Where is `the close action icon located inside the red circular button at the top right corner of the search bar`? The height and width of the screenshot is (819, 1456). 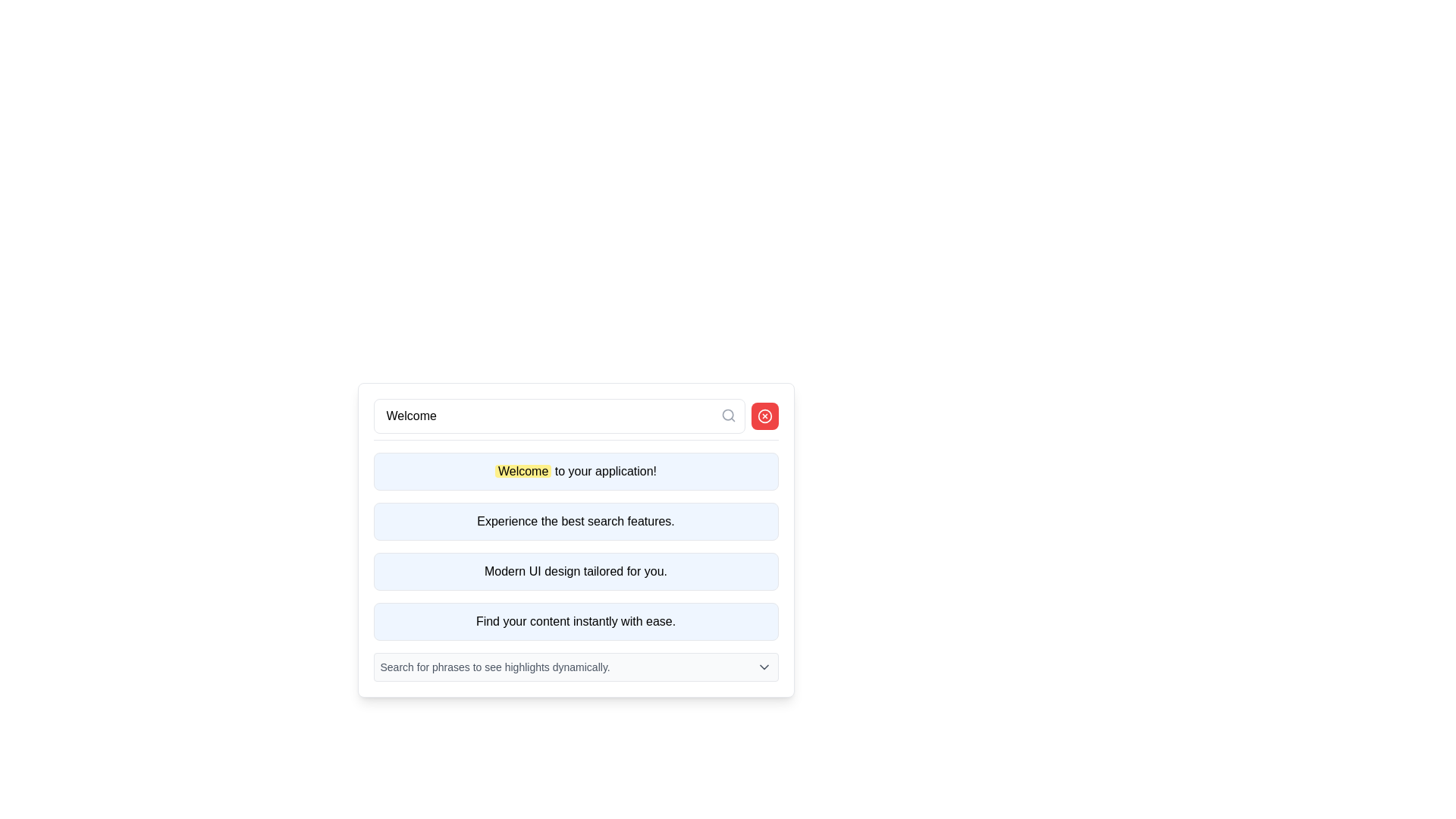
the close action icon located inside the red circular button at the top right corner of the search bar is located at coordinates (764, 416).